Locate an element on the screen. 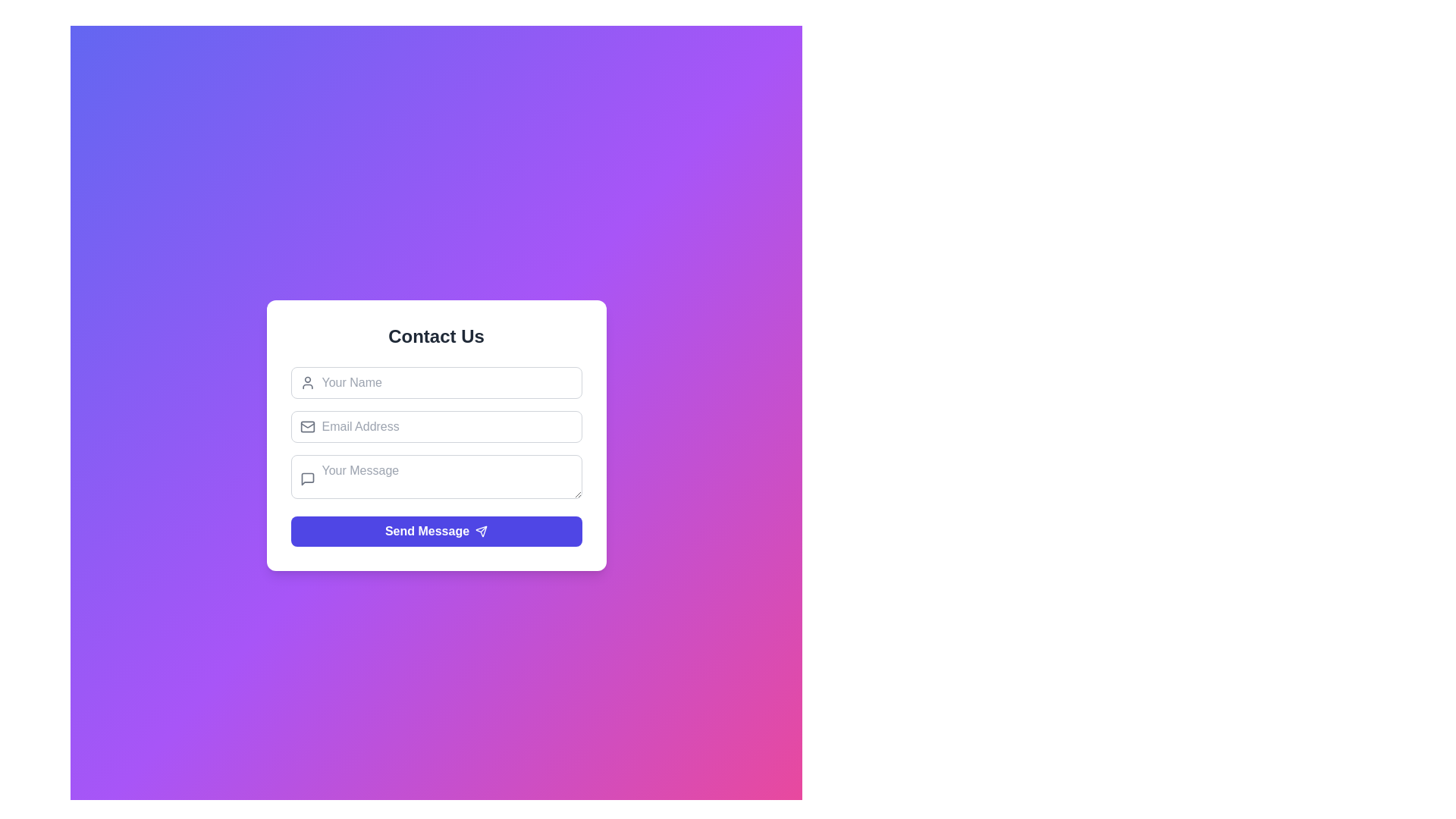 This screenshot has width=1456, height=819. the gray chat bubble icon located to the left of the 'Your Message' text input field in the contact form interface is located at coordinates (306, 479).